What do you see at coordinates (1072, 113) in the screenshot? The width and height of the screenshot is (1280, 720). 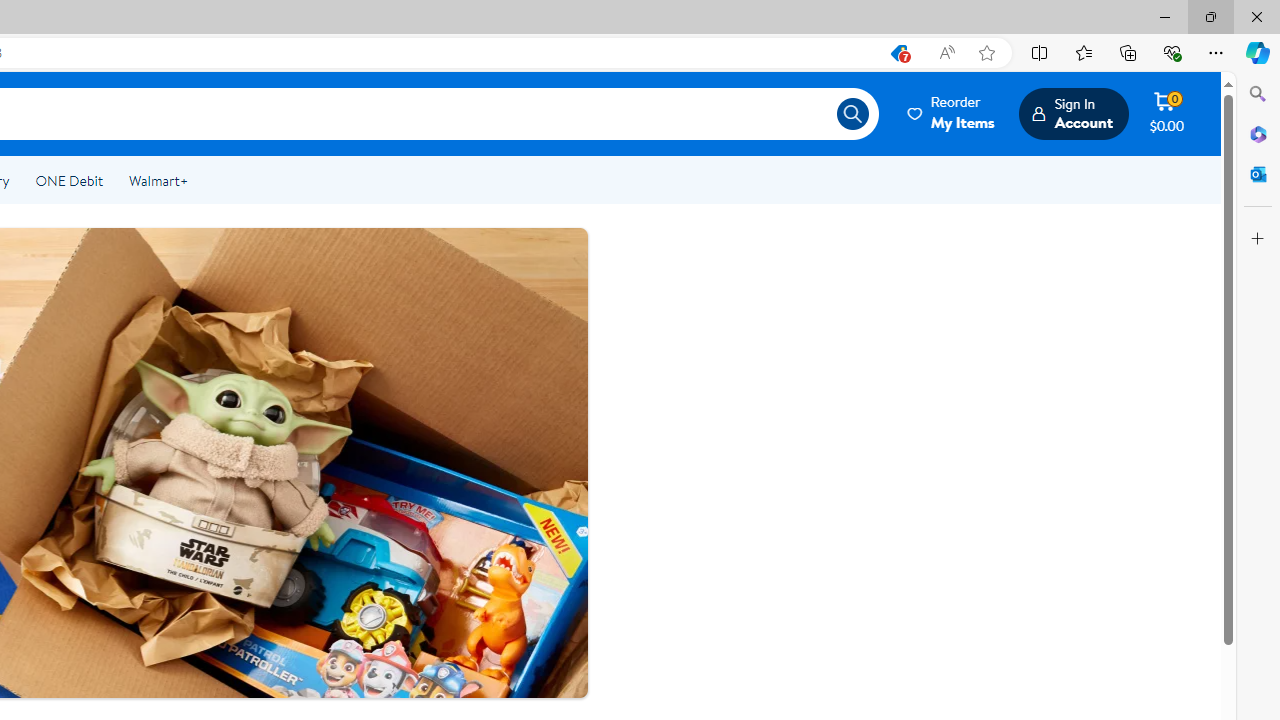 I see `'Sign In Account'` at bounding box center [1072, 113].